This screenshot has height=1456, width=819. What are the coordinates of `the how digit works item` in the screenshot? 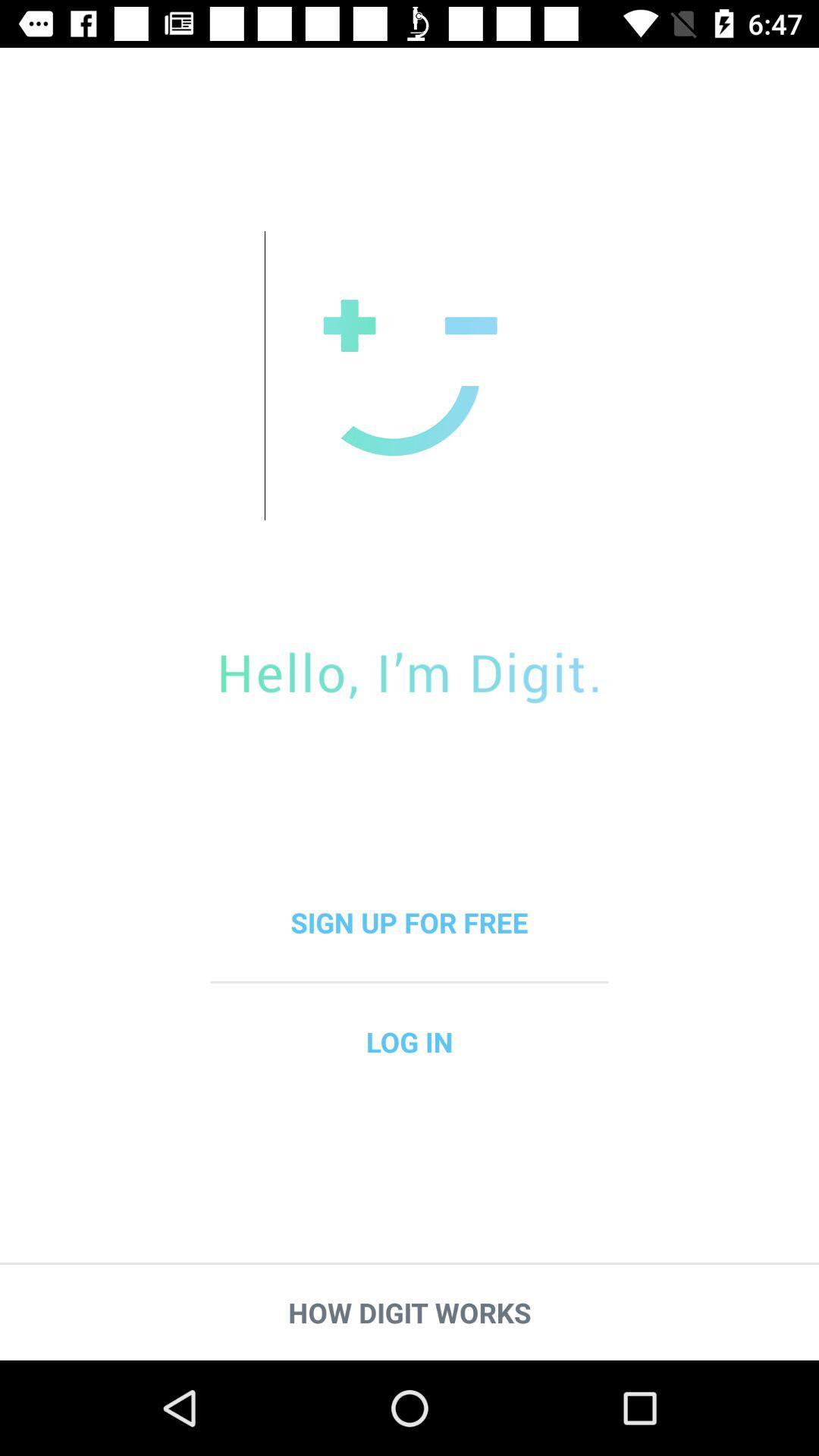 It's located at (409, 1312).